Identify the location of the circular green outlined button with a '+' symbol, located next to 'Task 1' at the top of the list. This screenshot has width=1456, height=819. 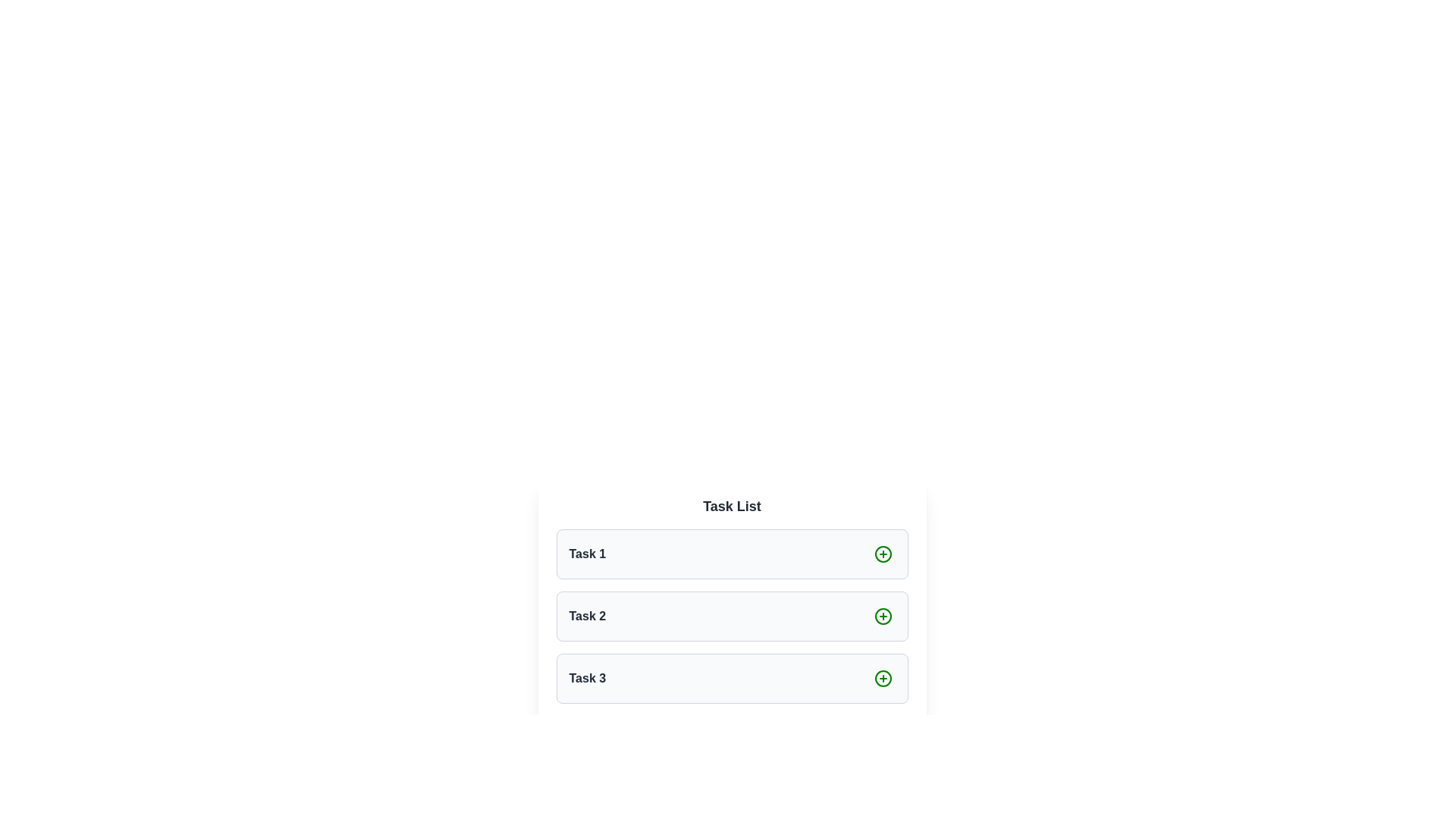
(883, 554).